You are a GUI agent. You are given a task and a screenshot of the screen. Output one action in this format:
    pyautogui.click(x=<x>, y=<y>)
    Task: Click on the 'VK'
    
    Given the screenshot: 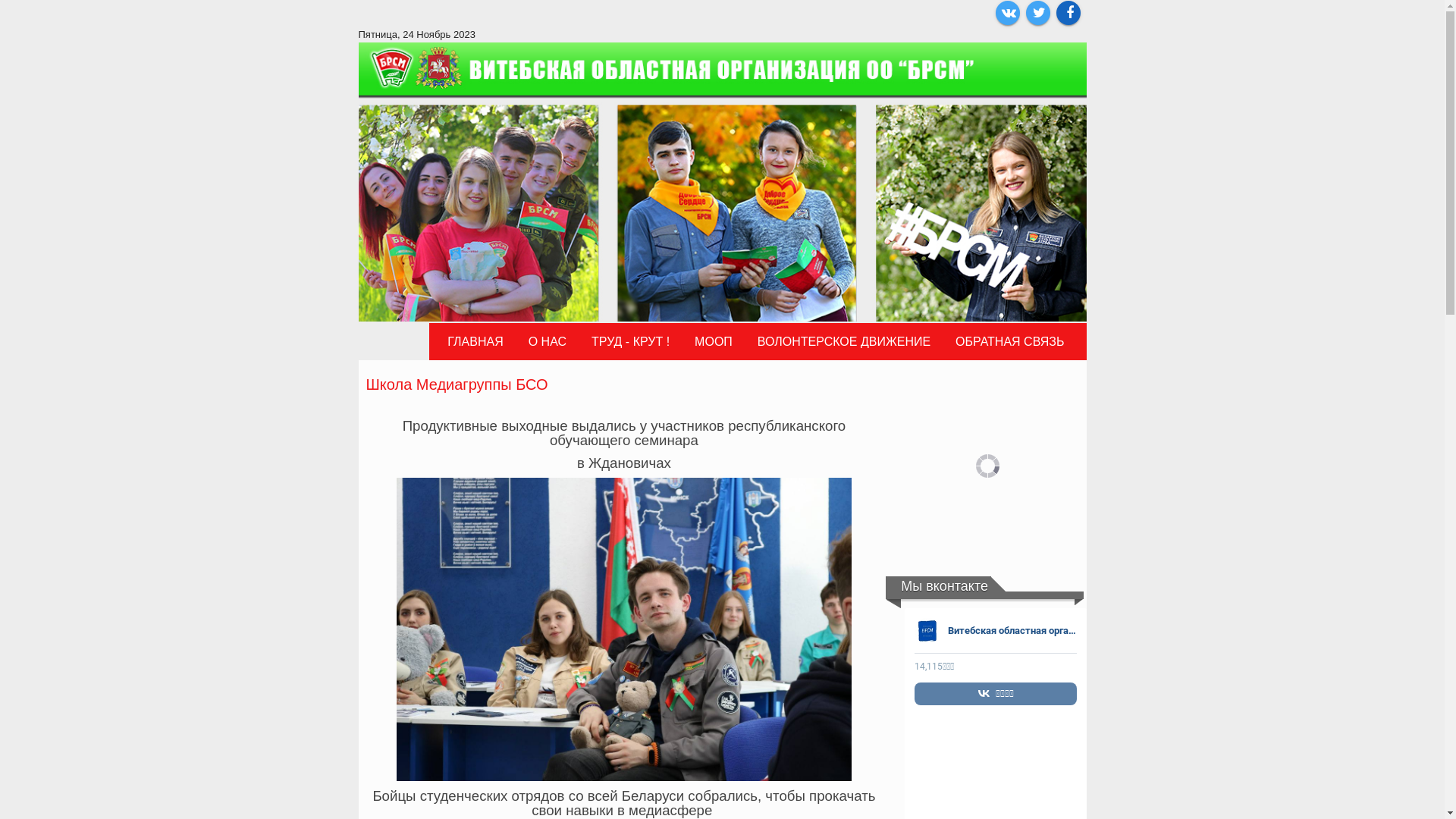 What is the action you would take?
    pyautogui.click(x=1007, y=12)
    